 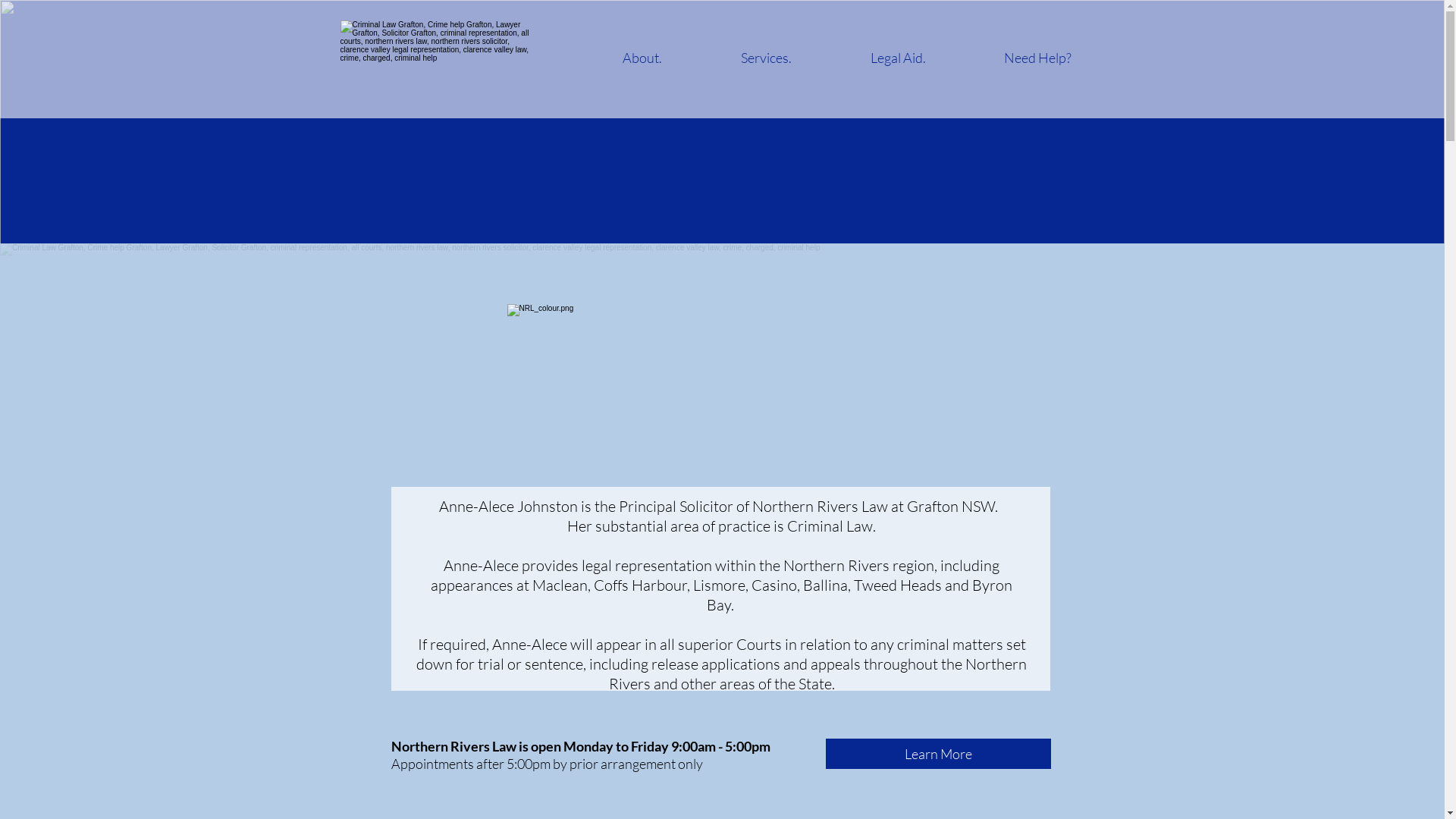 I want to click on 'Need Help?', so click(x=964, y=57).